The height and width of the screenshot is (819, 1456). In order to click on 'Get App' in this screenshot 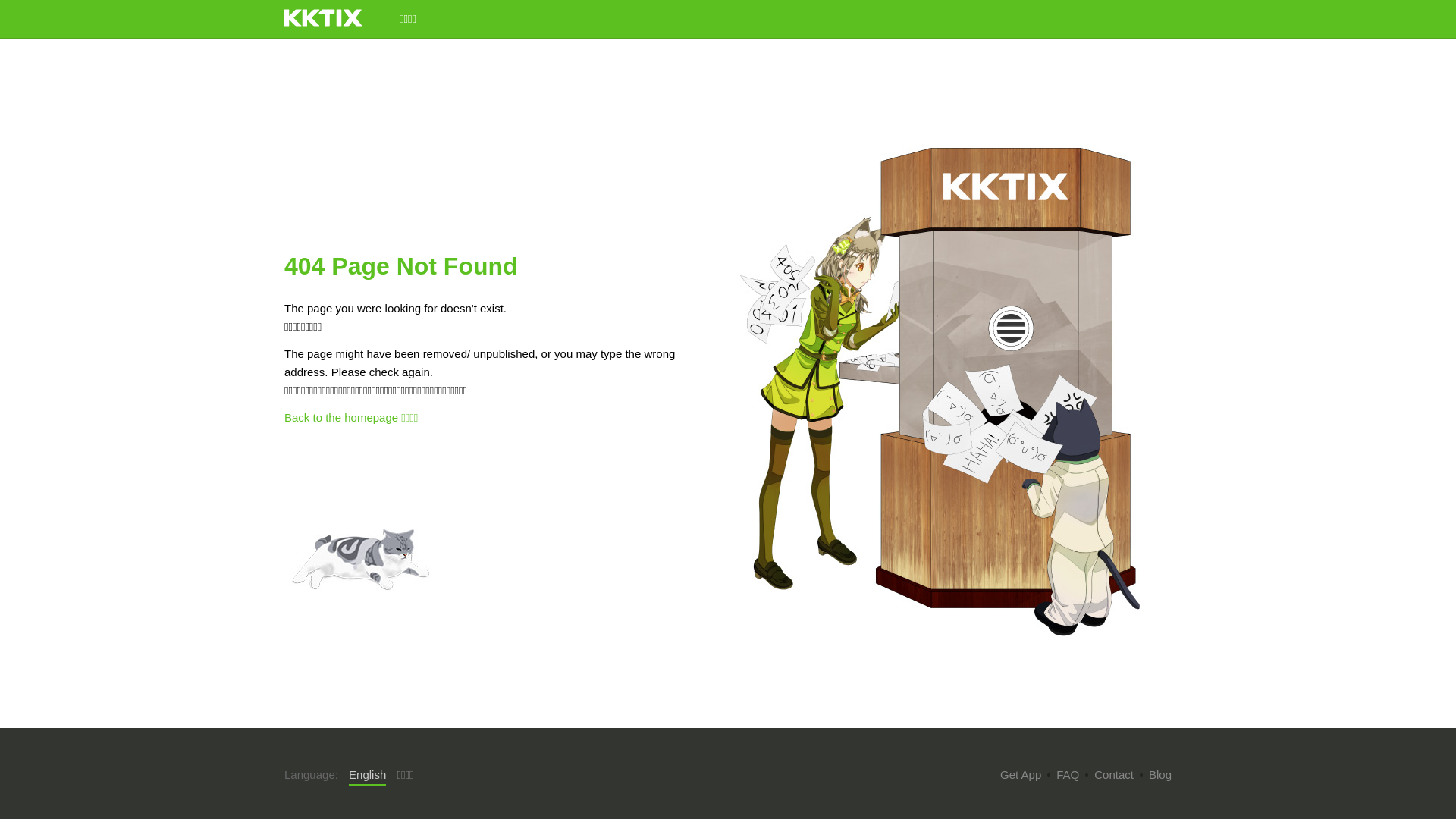, I will do `click(1020, 774)`.